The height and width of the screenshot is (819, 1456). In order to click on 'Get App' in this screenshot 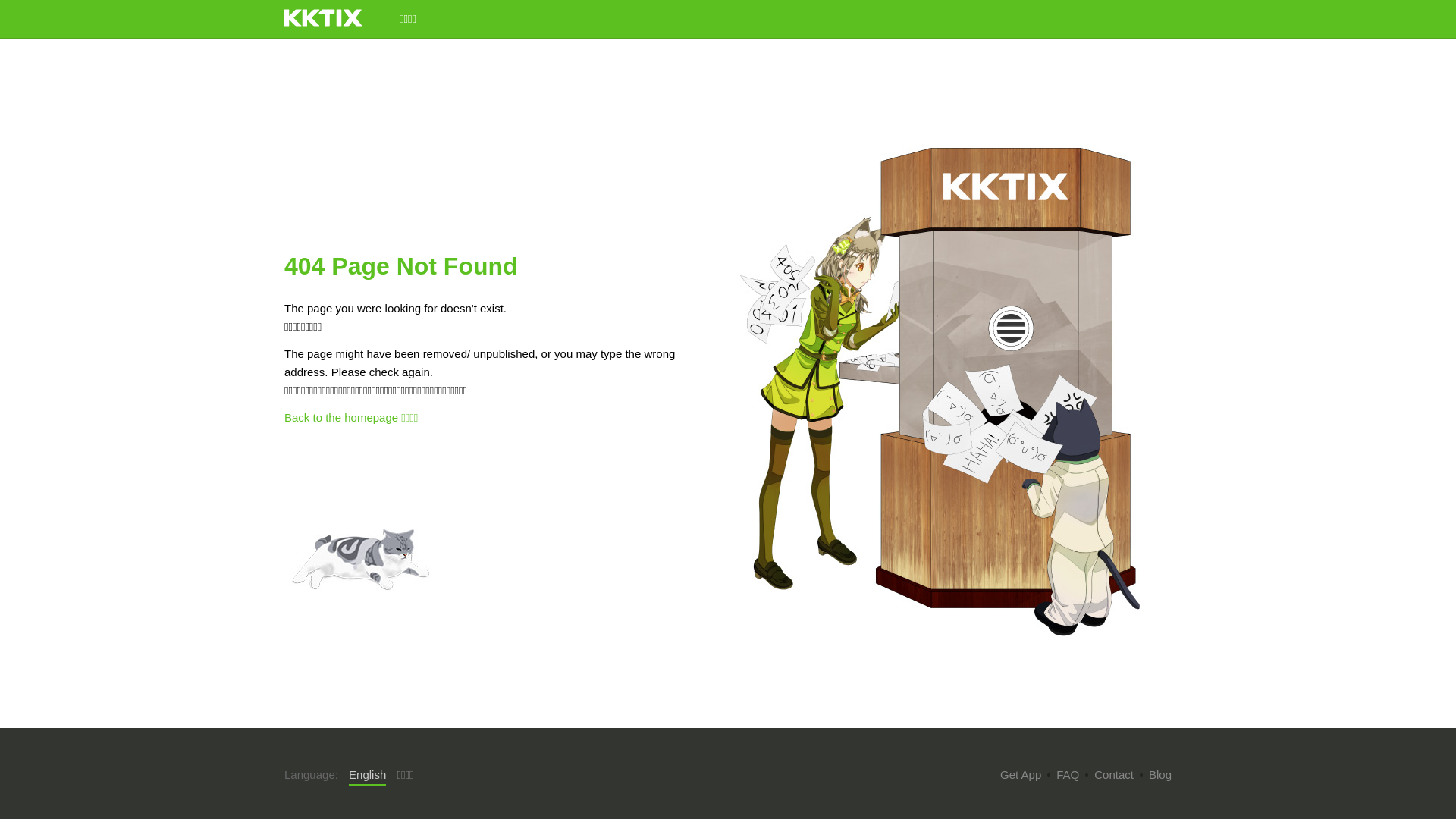, I will do `click(1020, 774)`.